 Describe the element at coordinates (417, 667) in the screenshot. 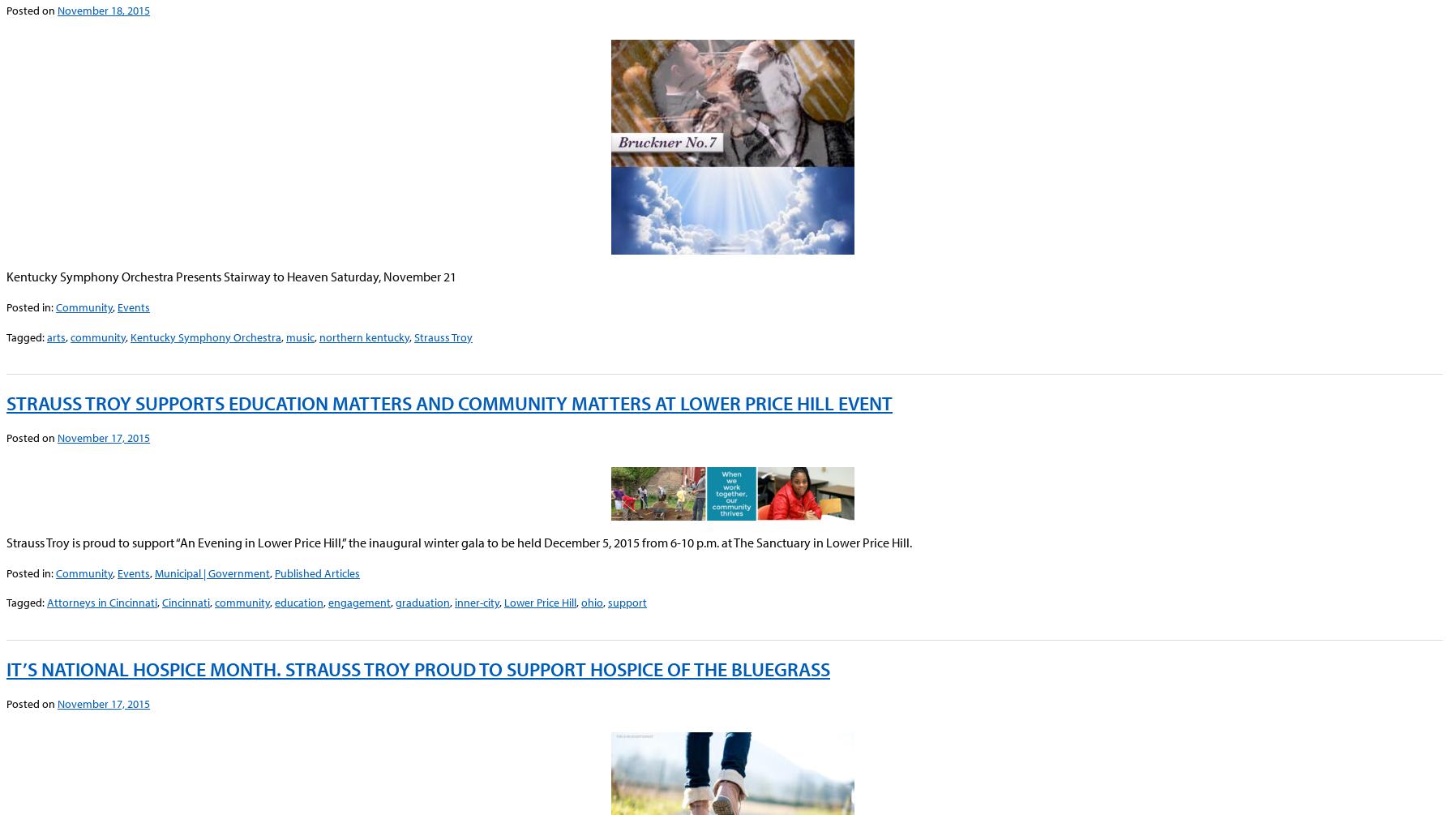

I see `'It’s National Hospice Month. Strauss Troy Proud To Support Hospice Of The Bluegrass'` at that location.